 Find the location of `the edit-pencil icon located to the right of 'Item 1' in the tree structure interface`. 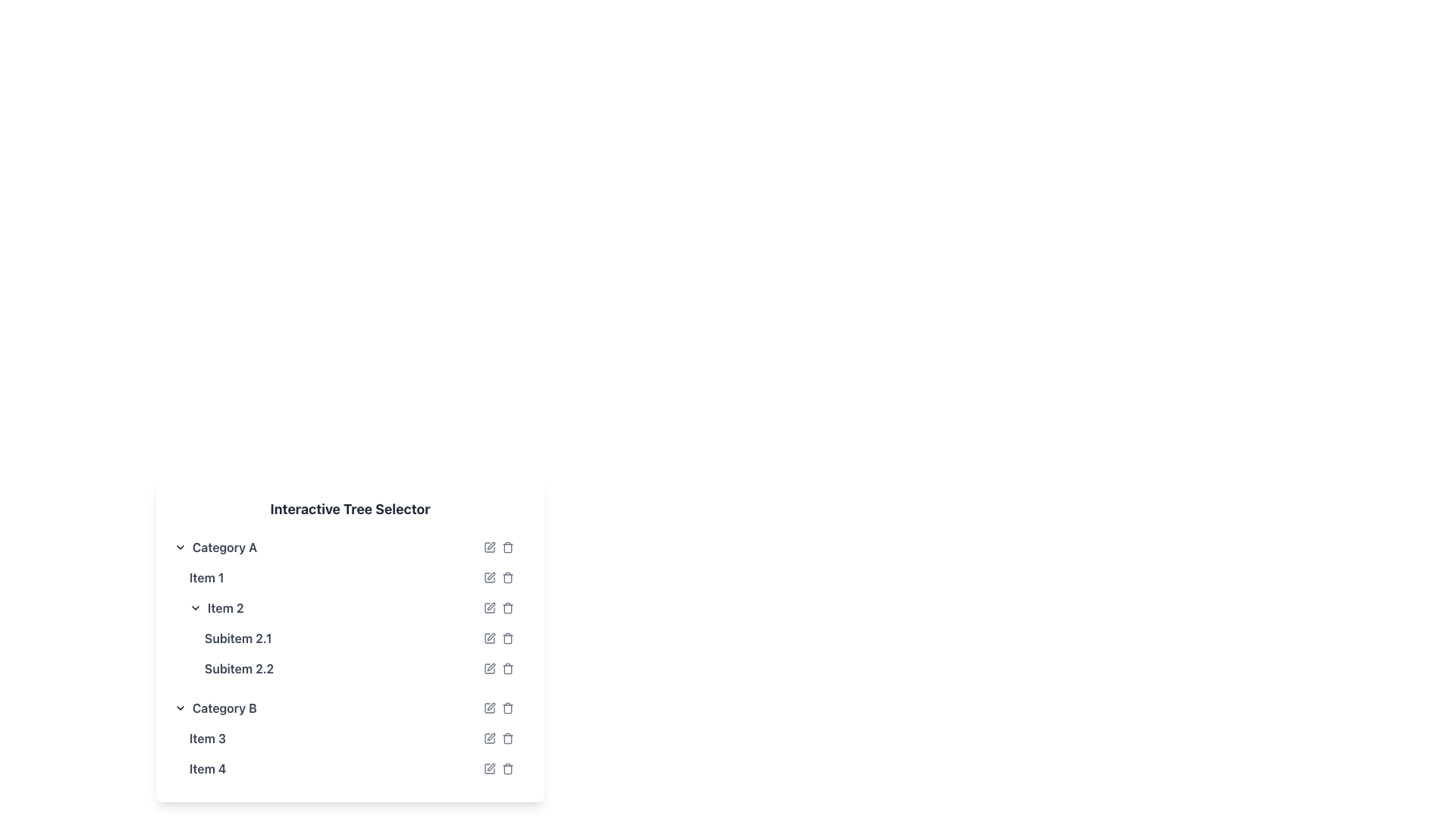

the edit-pencil icon located to the right of 'Item 1' in the tree structure interface is located at coordinates (491, 576).